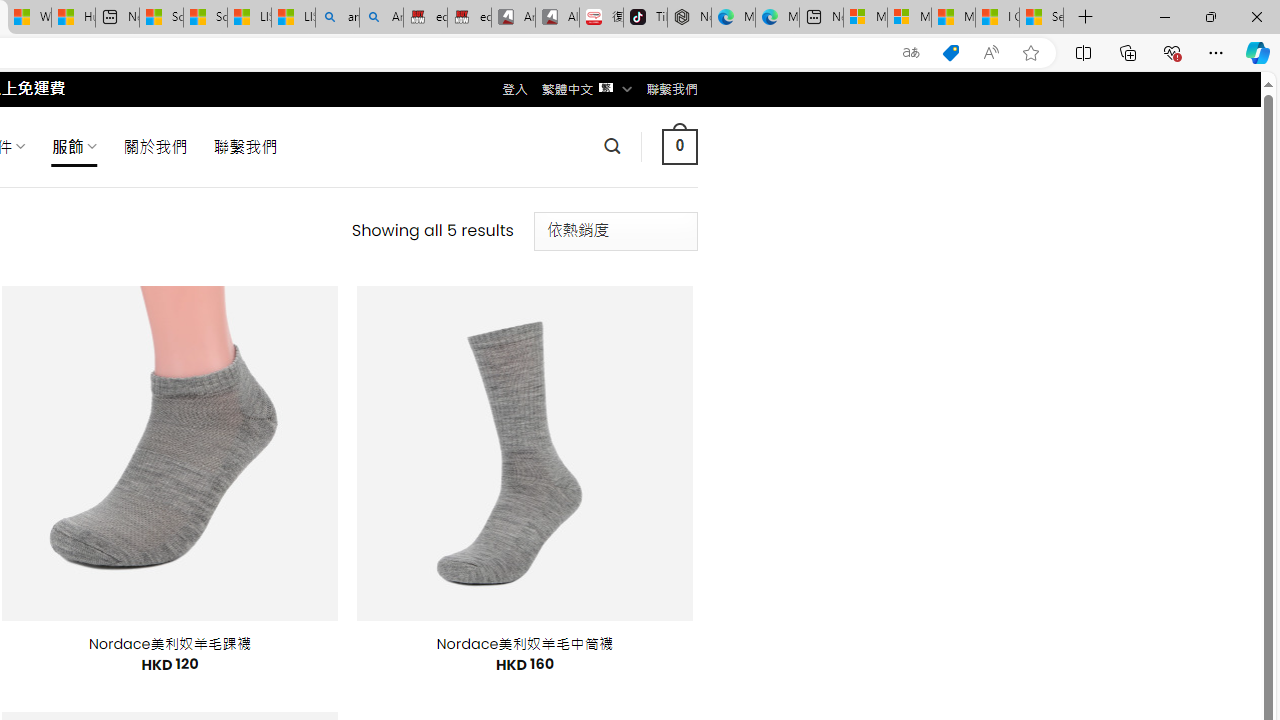  Describe the element at coordinates (645, 17) in the screenshot. I see `'TikTok'` at that location.